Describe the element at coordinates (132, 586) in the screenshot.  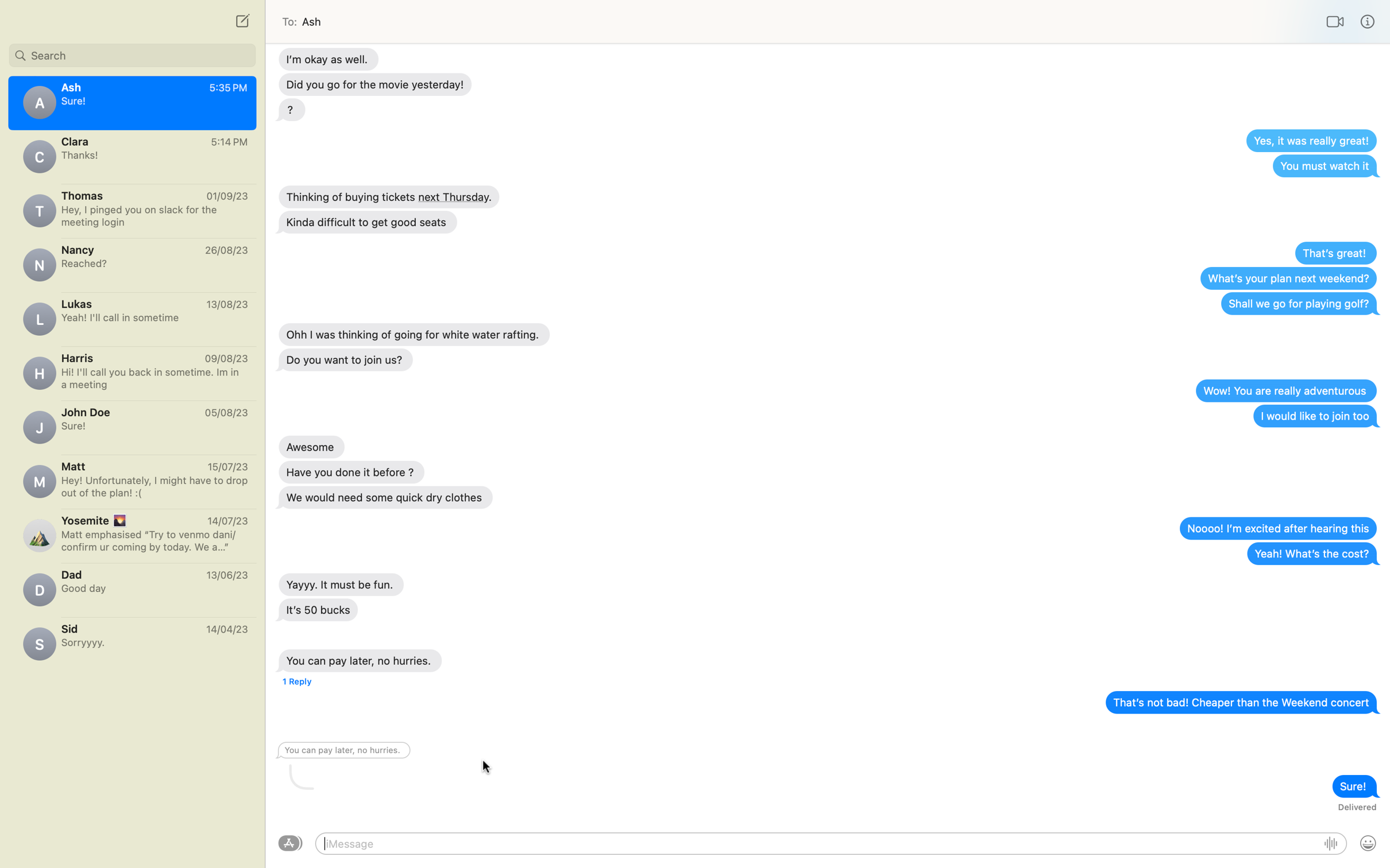
I see `the chat with Dad located on the left sidebar` at that location.